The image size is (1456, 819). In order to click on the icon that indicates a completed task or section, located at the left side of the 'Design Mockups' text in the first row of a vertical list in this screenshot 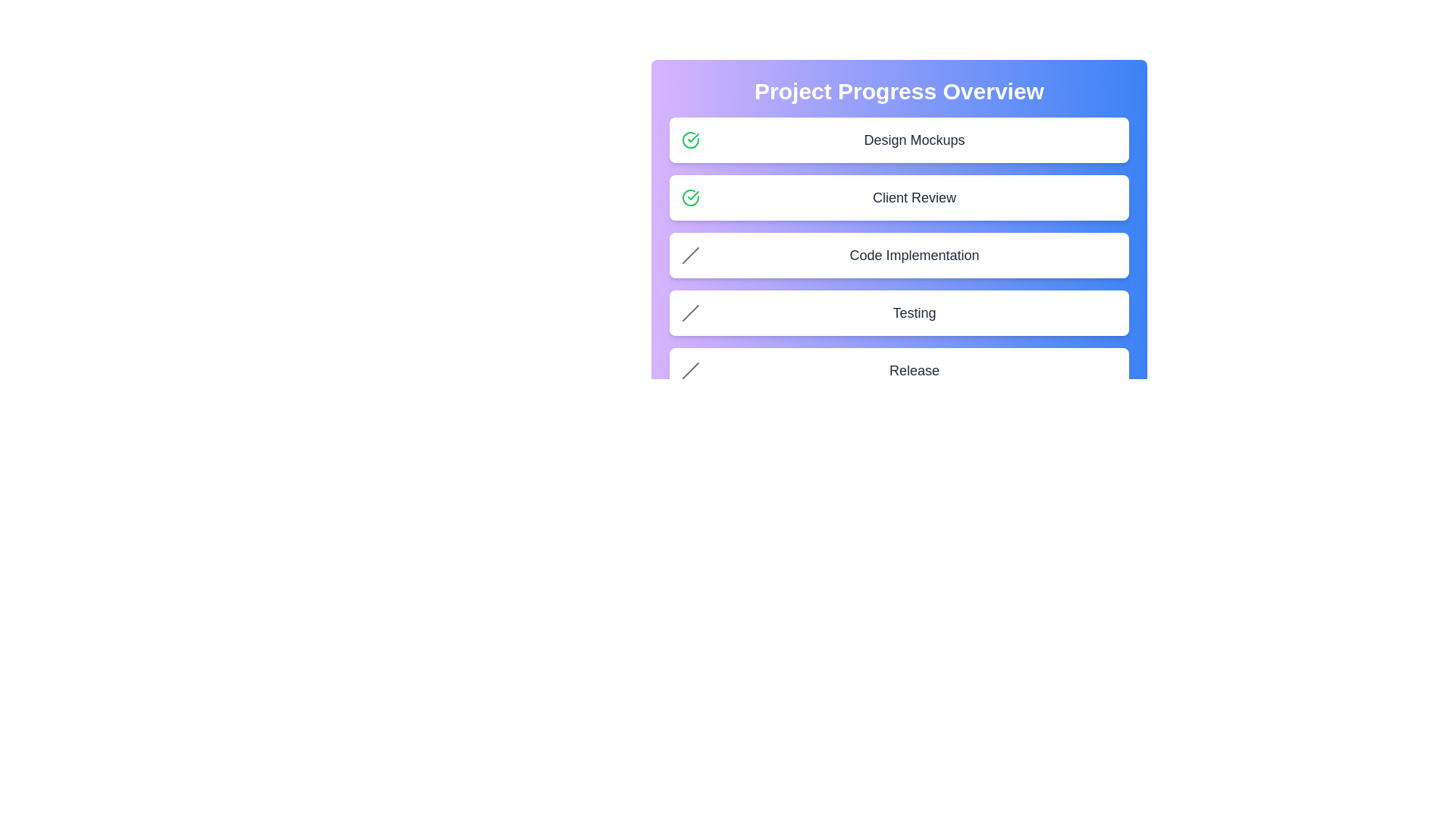, I will do `click(690, 140)`.